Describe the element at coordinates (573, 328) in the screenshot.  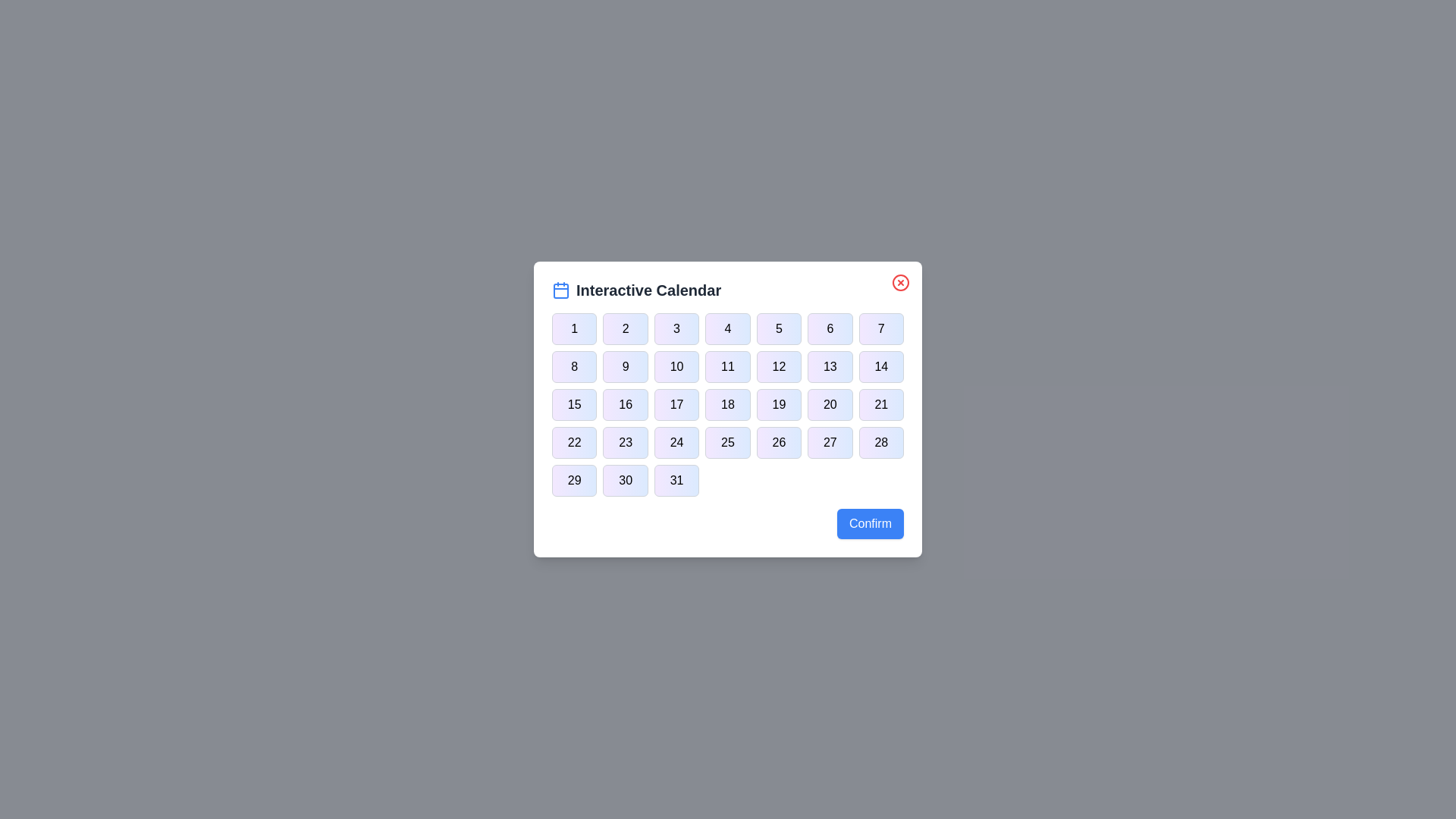
I see `the button corresponding to day 1 in the calendar` at that location.